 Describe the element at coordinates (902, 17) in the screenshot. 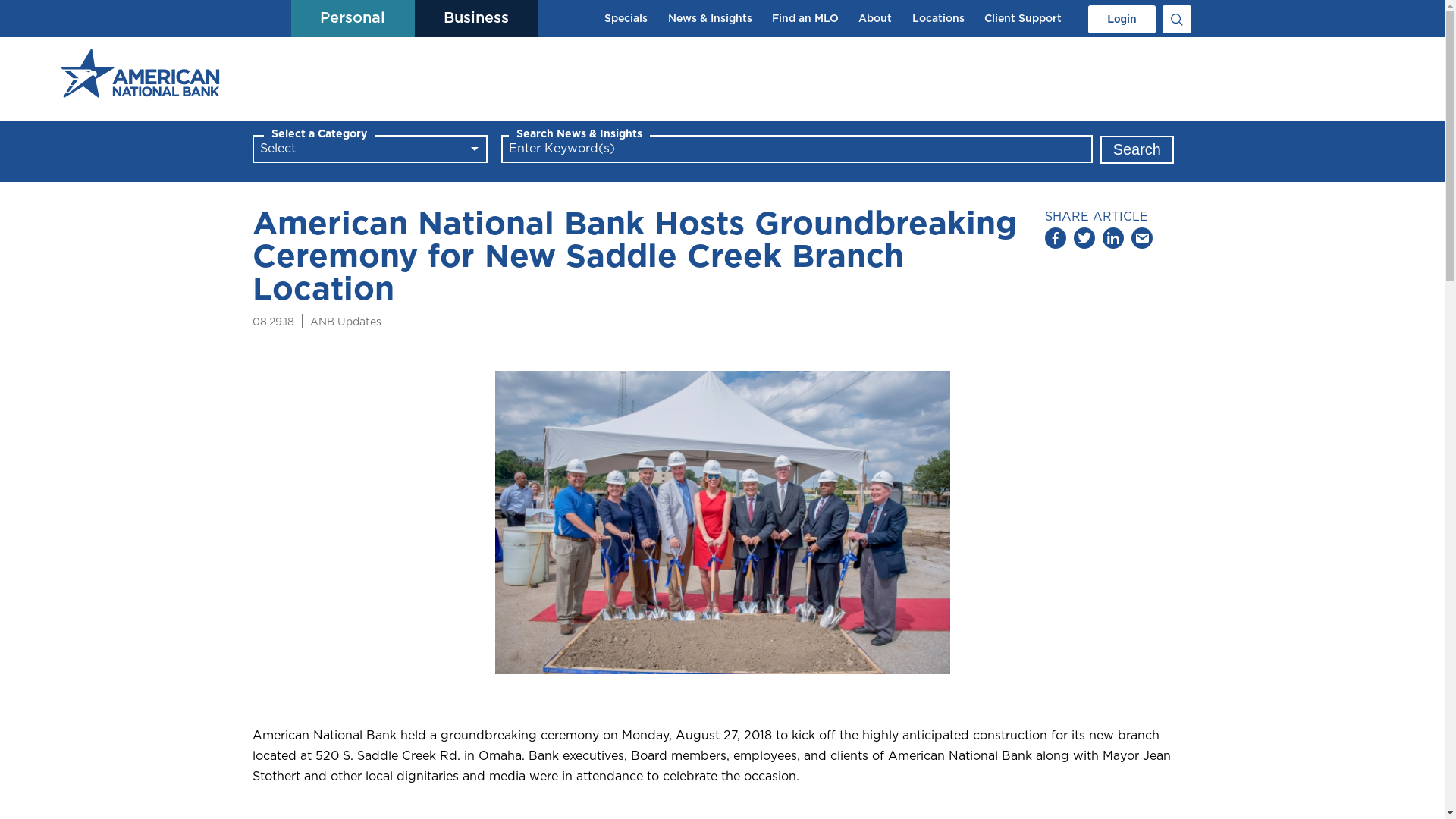

I see `'Locations'` at that location.